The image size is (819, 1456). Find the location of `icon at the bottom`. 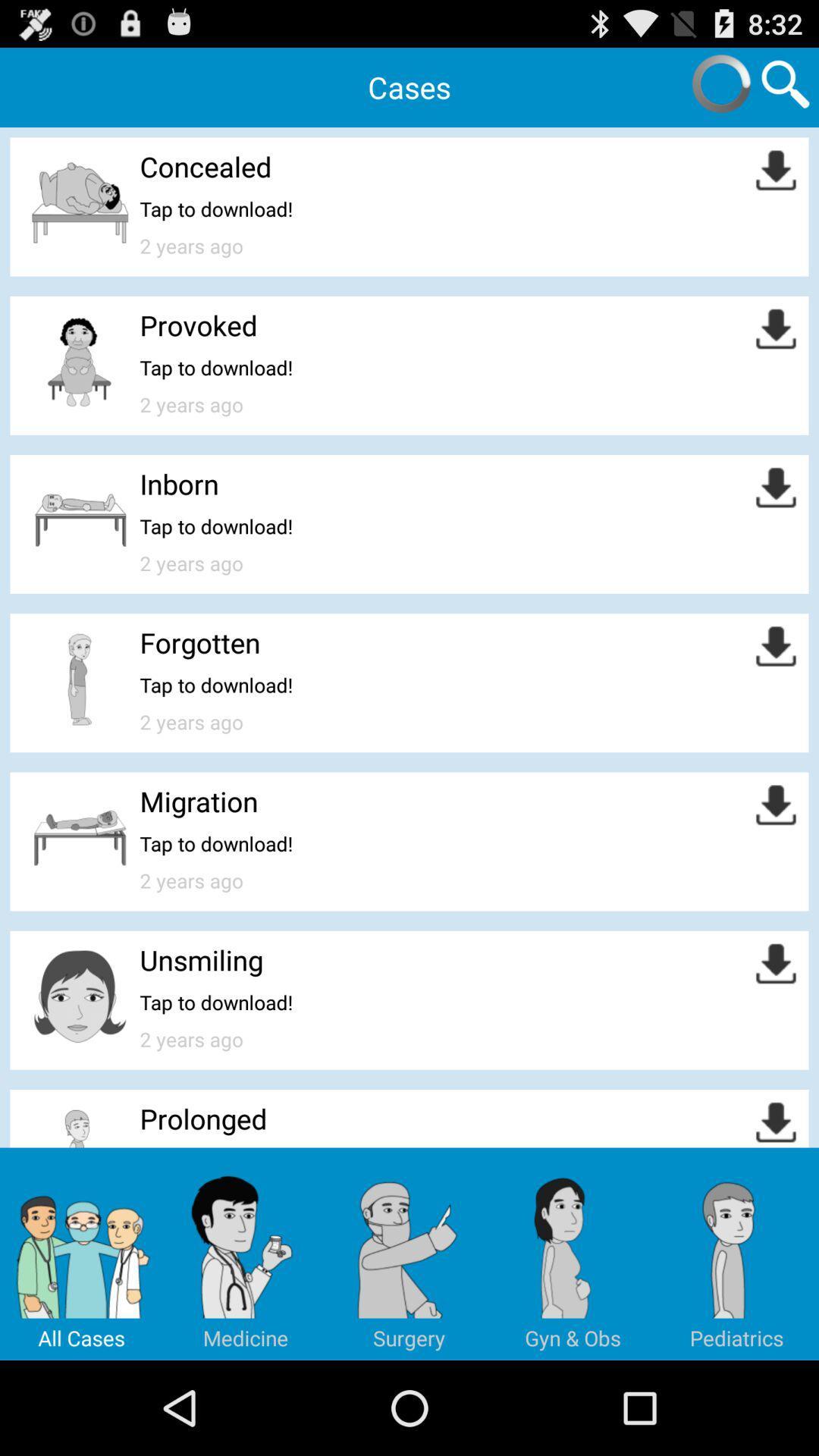

icon at the bottom is located at coordinates (409, 1254).